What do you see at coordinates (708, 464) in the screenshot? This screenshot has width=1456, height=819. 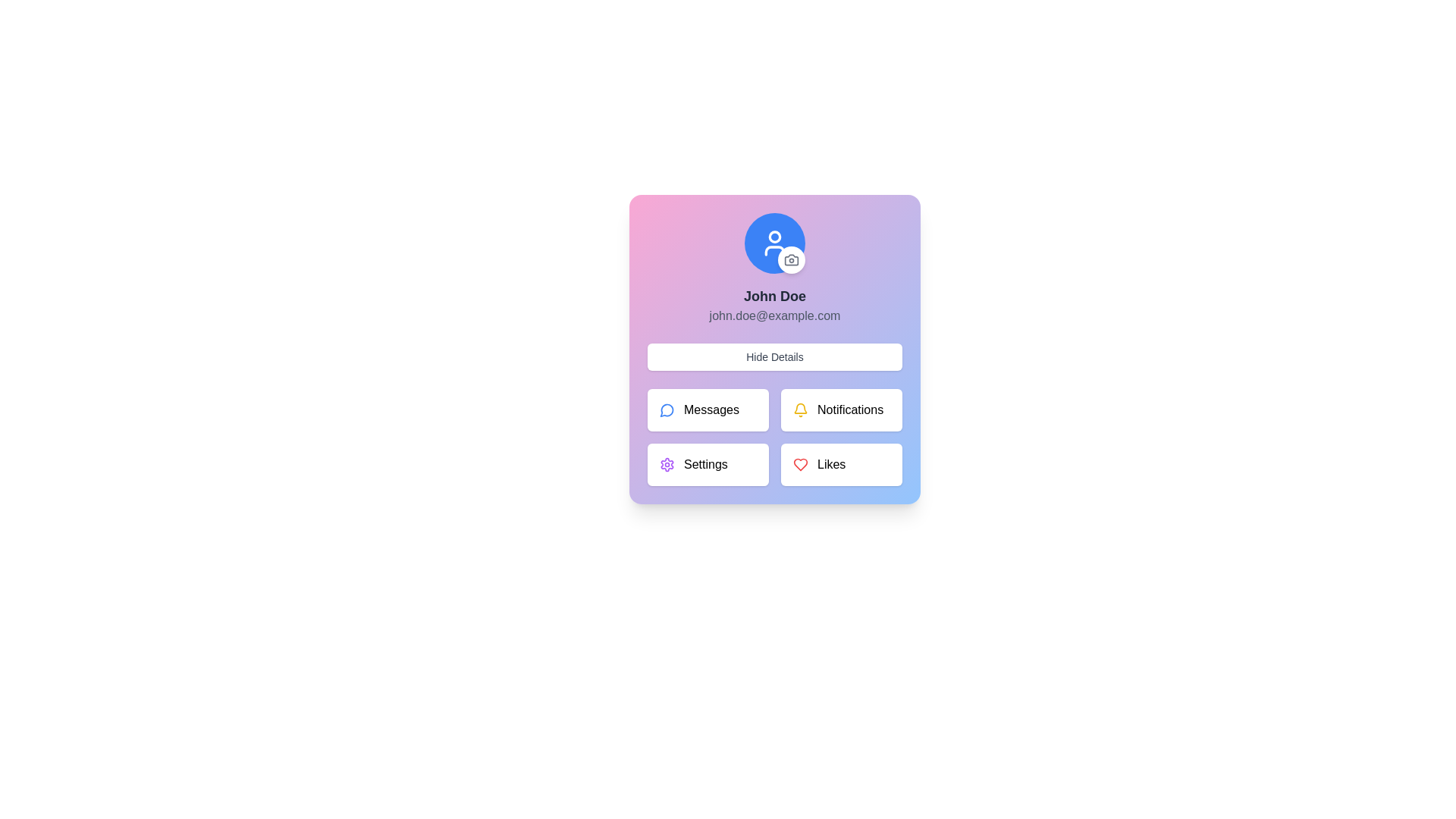 I see `the navigation button located in the third cell of the grid below the user profile card` at bounding box center [708, 464].